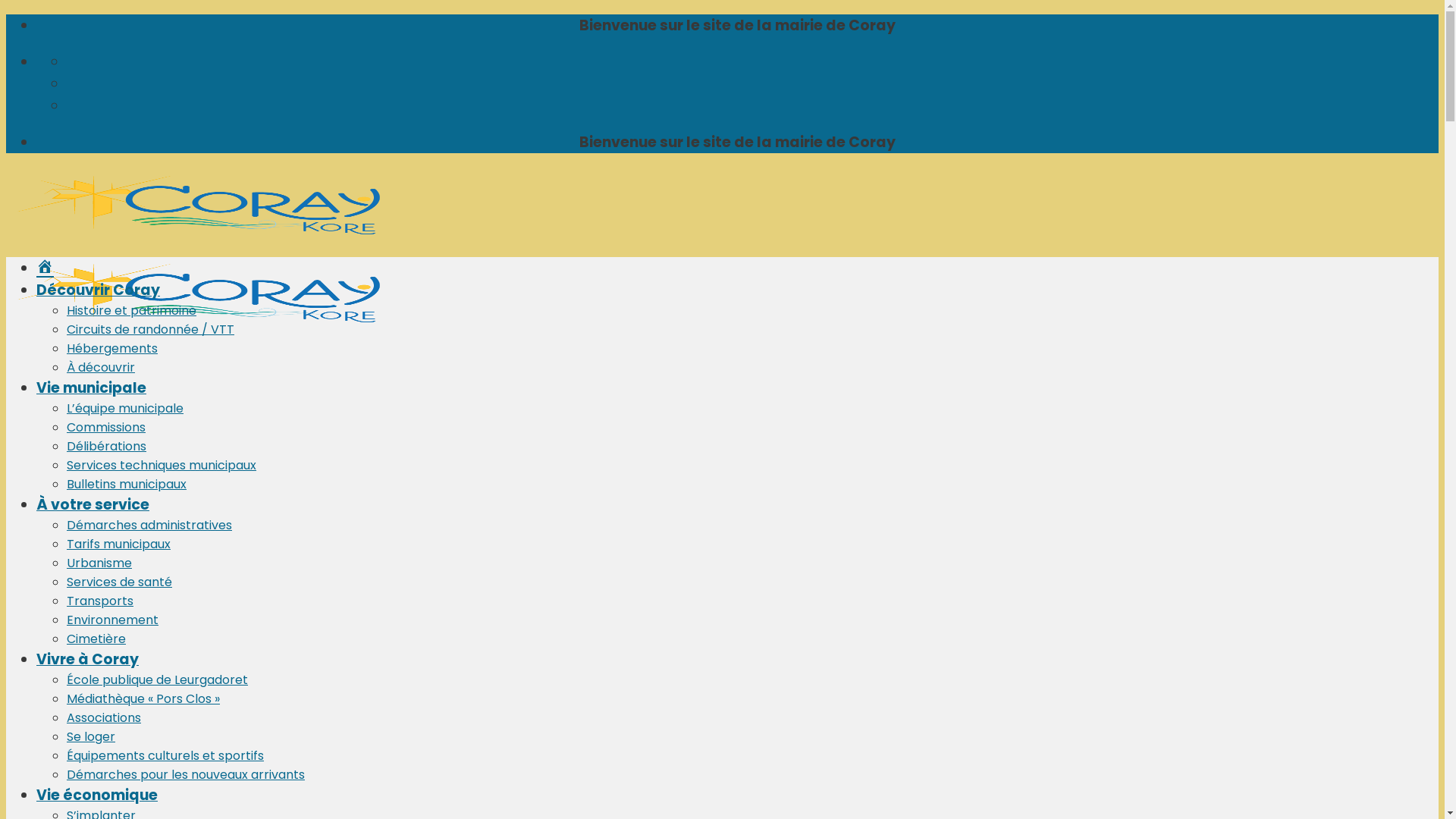 This screenshot has height=819, width=1456. What do you see at coordinates (98, 563) in the screenshot?
I see `'Urbanisme'` at bounding box center [98, 563].